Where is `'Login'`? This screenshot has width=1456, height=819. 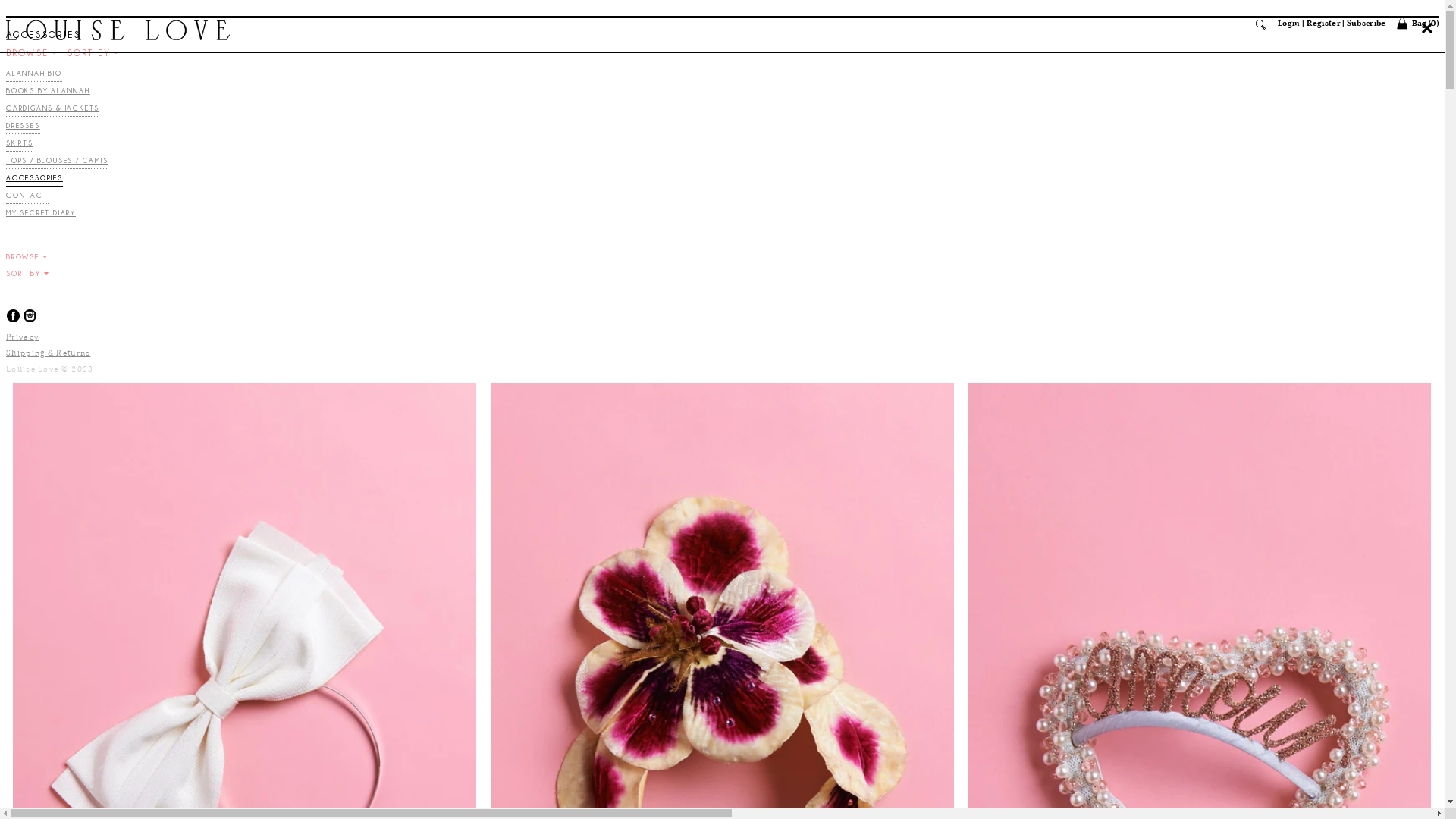
'Login' is located at coordinates (1276, 23).